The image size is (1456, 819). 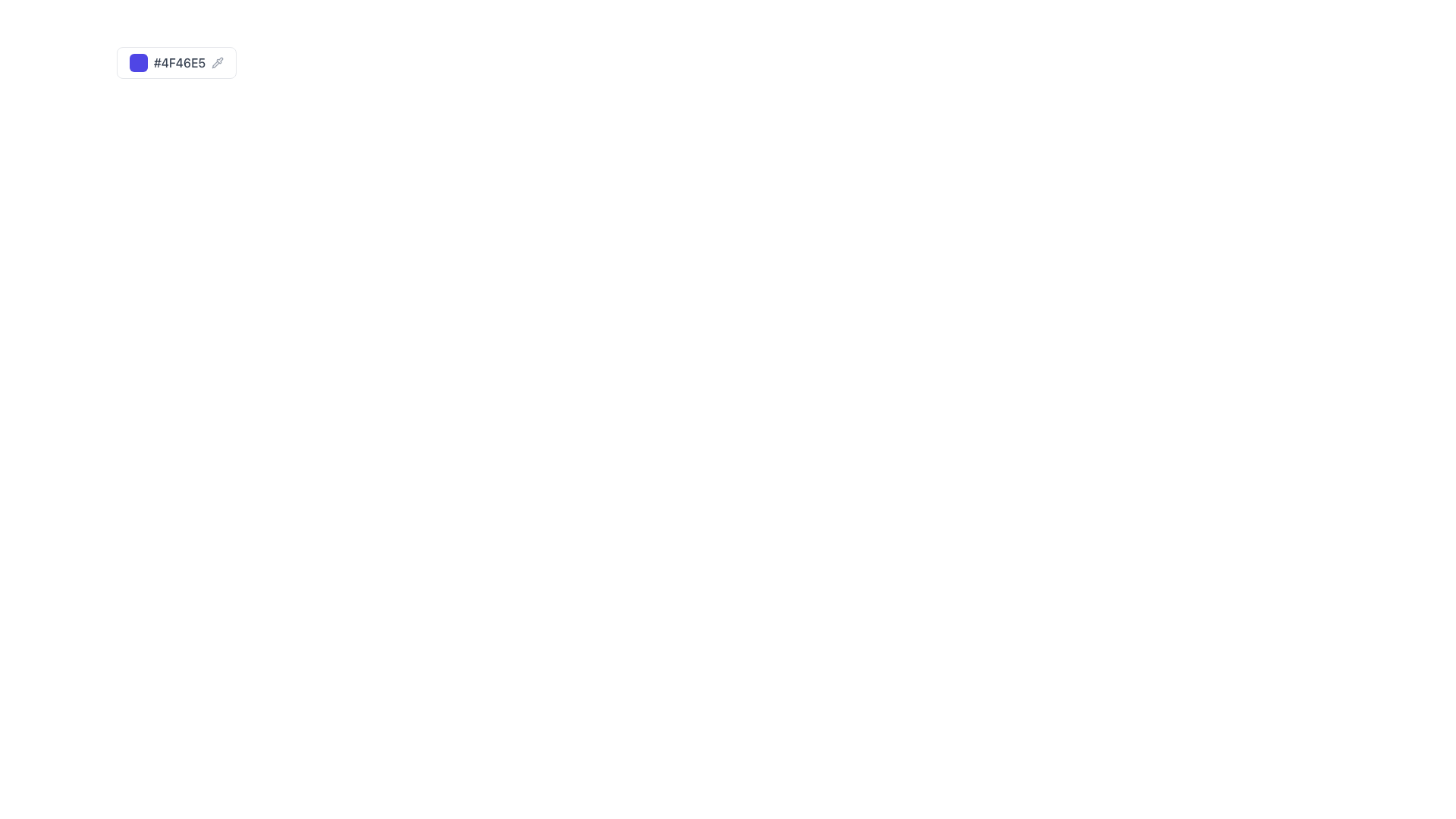 I want to click on the rectangular button labeled '#4F46E5' with a colored square on the left and a pipette icon on the right to interact, so click(x=177, y=62).